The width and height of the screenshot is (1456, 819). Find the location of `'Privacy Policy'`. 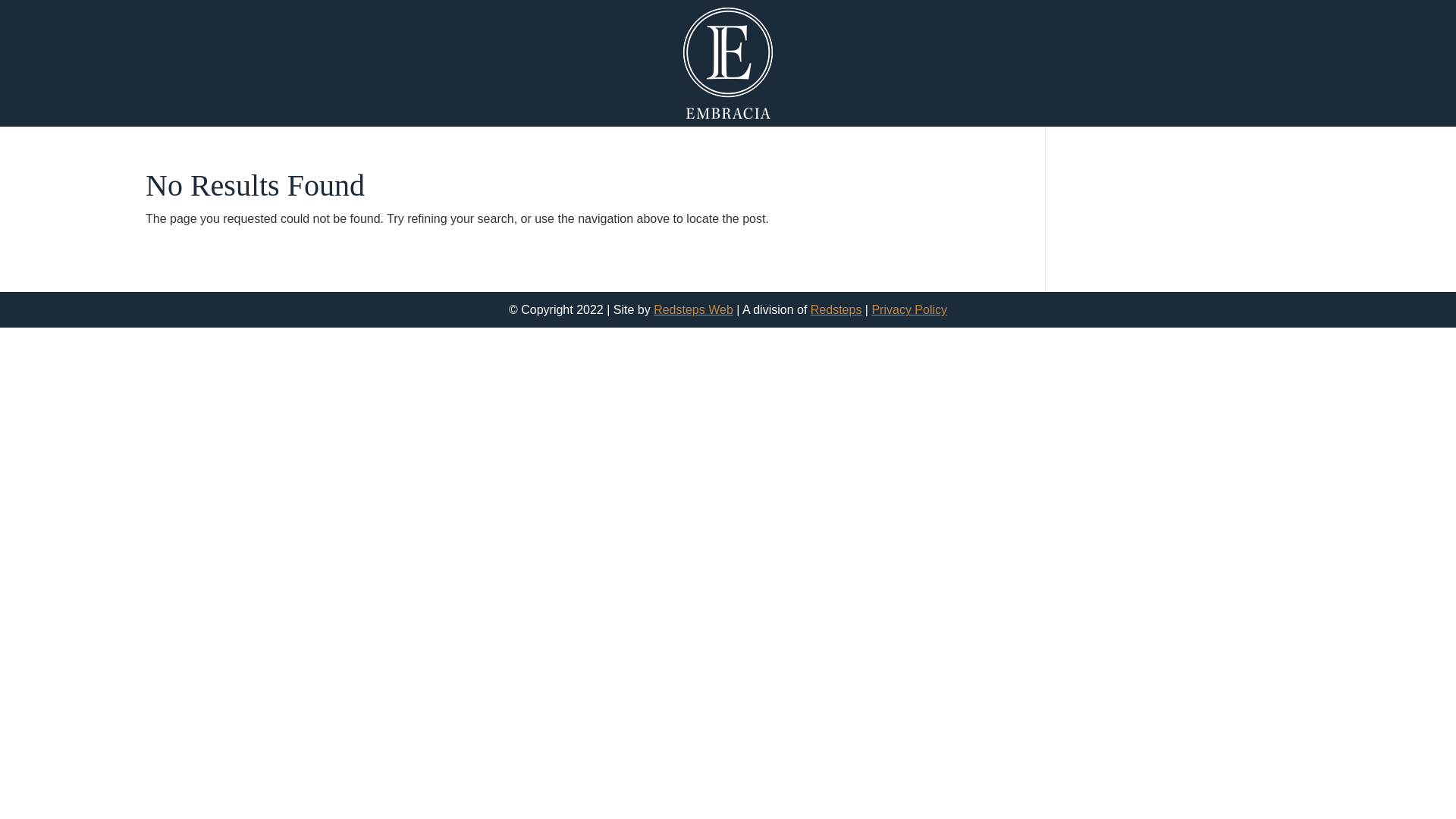

'Privacy Policy' is located at coordinates (909, 309).